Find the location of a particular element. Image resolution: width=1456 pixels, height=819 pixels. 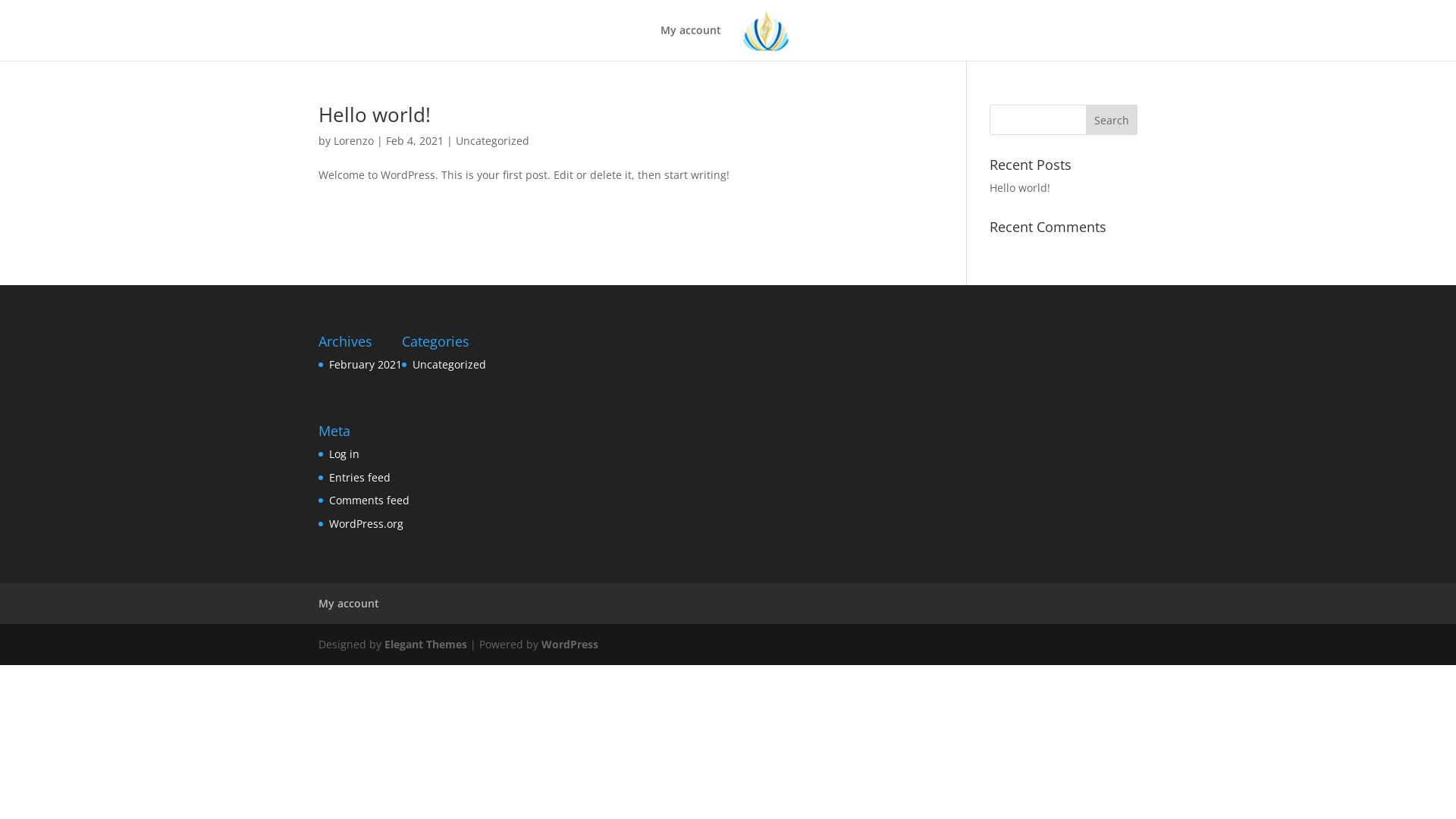

'WordPress' is located at coordinates (569, 644).